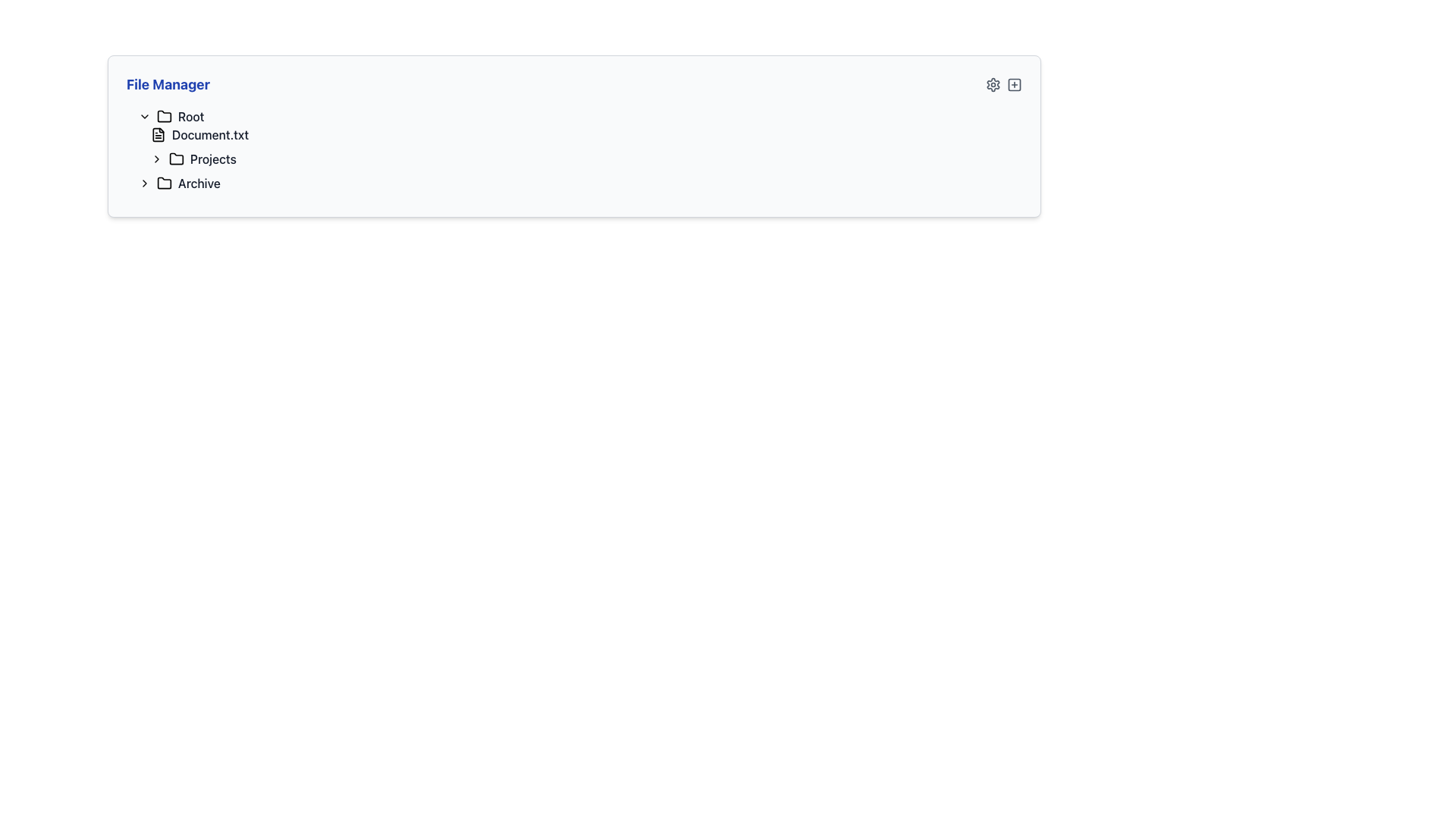 The height and width of the screenshot is (819, 1456). What do you see at coordinates (145, 183) in the screenshot?
I see `the Chevron icon button` at bounding box center [145, 183].